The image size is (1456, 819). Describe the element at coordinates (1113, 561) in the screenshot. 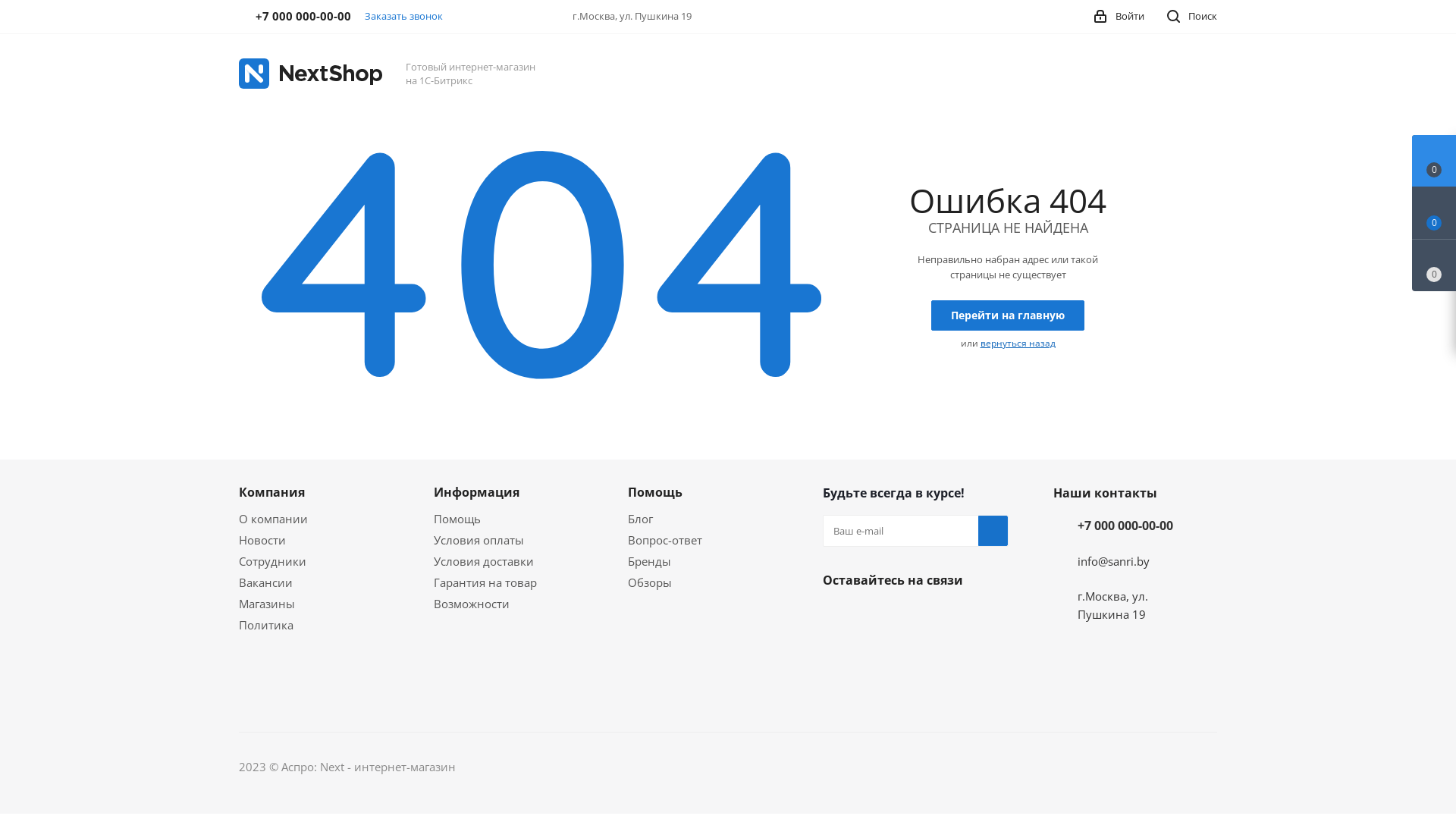

I see `'info@sanri.by'` at that location.